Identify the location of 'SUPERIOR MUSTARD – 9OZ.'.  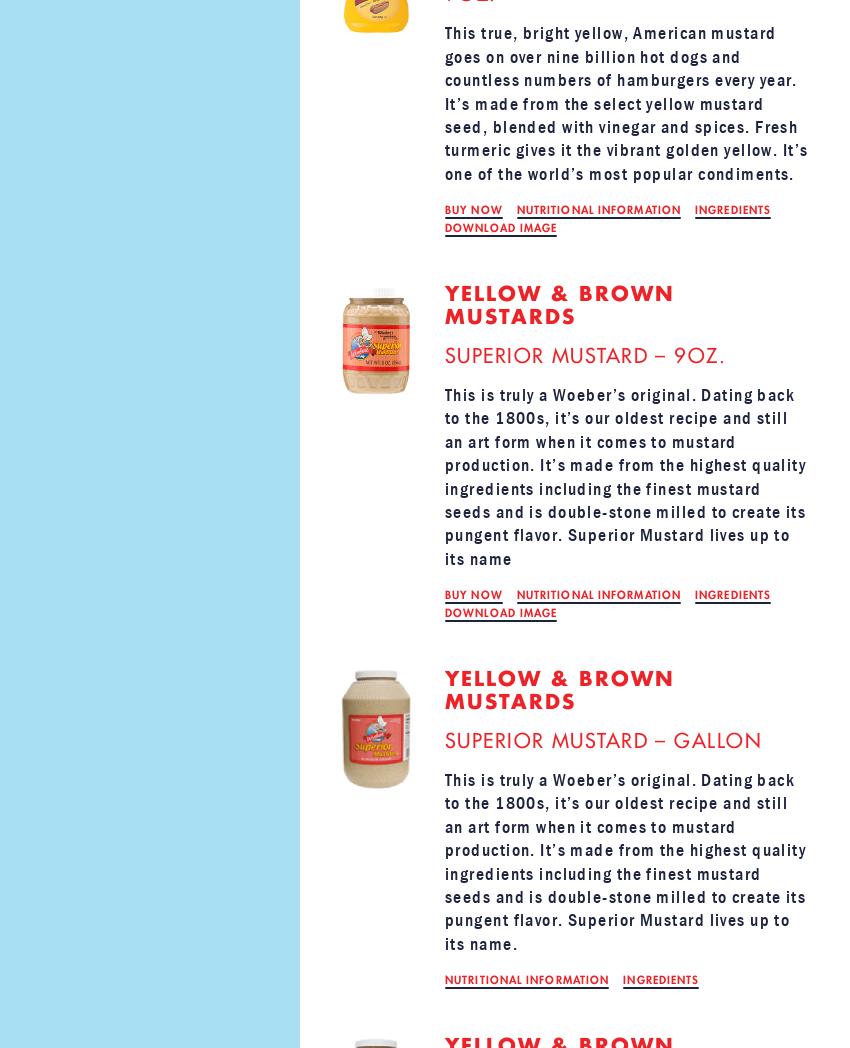
(585, 353).